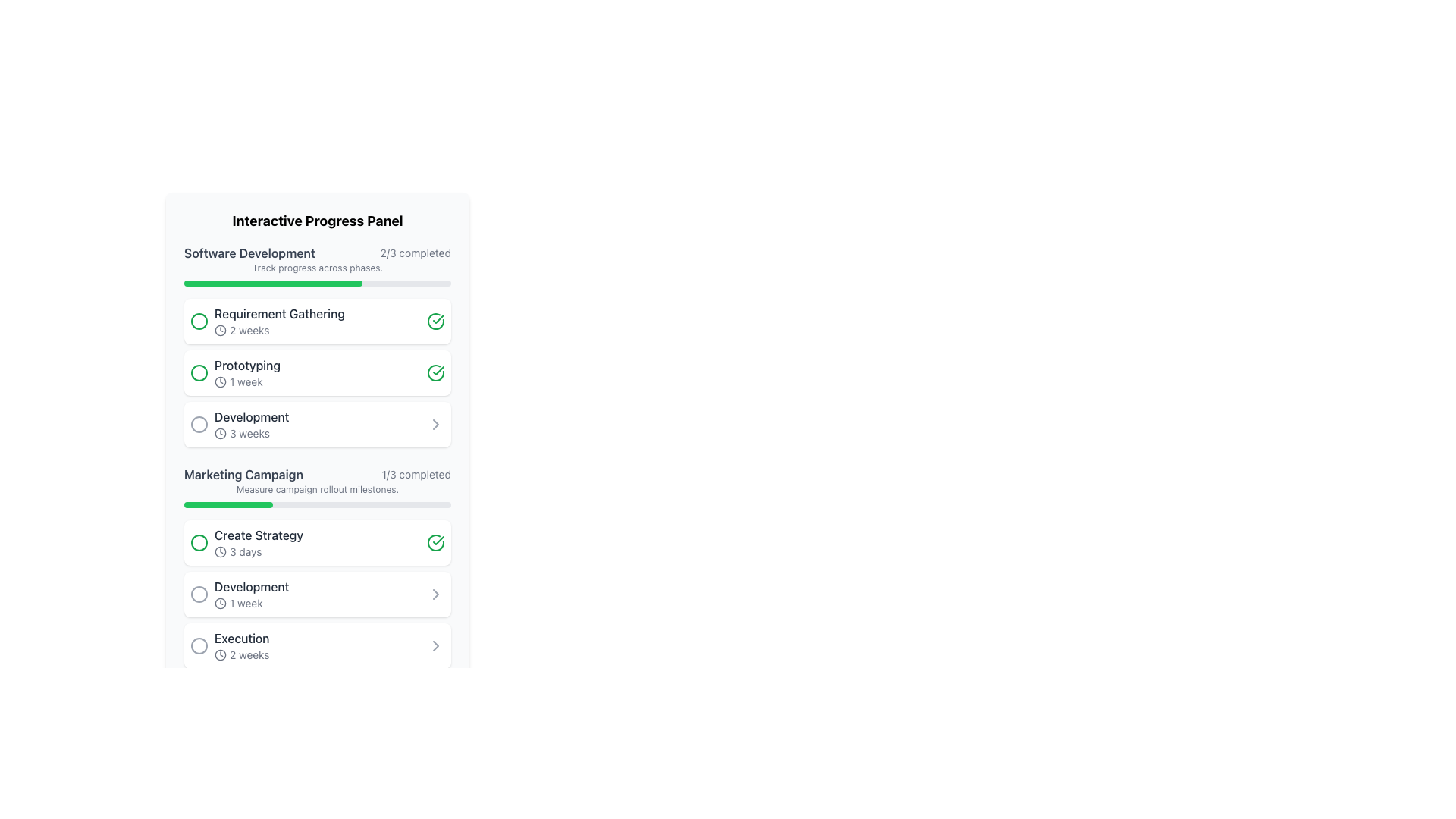  Describe the element at coordinates (259, 534) in the screenshot. I see `the Static Text Label that designates the title of a task within the Marketing Campaign category, located above the subtitle displaying '3 days'` at that location.